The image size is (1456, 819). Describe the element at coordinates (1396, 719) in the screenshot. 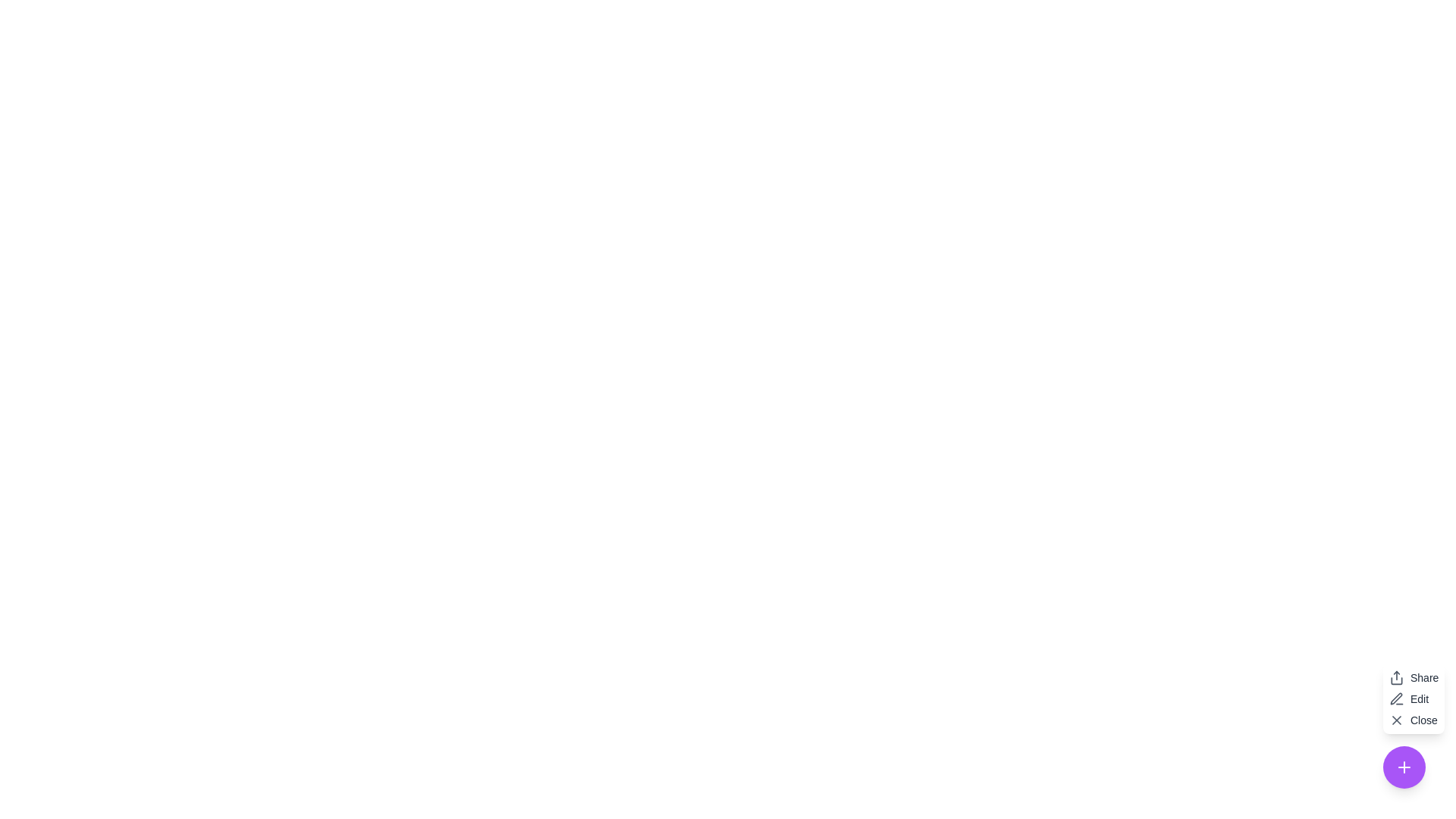

I see `the small, stylized 'X' icon located in the bottom right corner of the interface above the '+' button` at that location.